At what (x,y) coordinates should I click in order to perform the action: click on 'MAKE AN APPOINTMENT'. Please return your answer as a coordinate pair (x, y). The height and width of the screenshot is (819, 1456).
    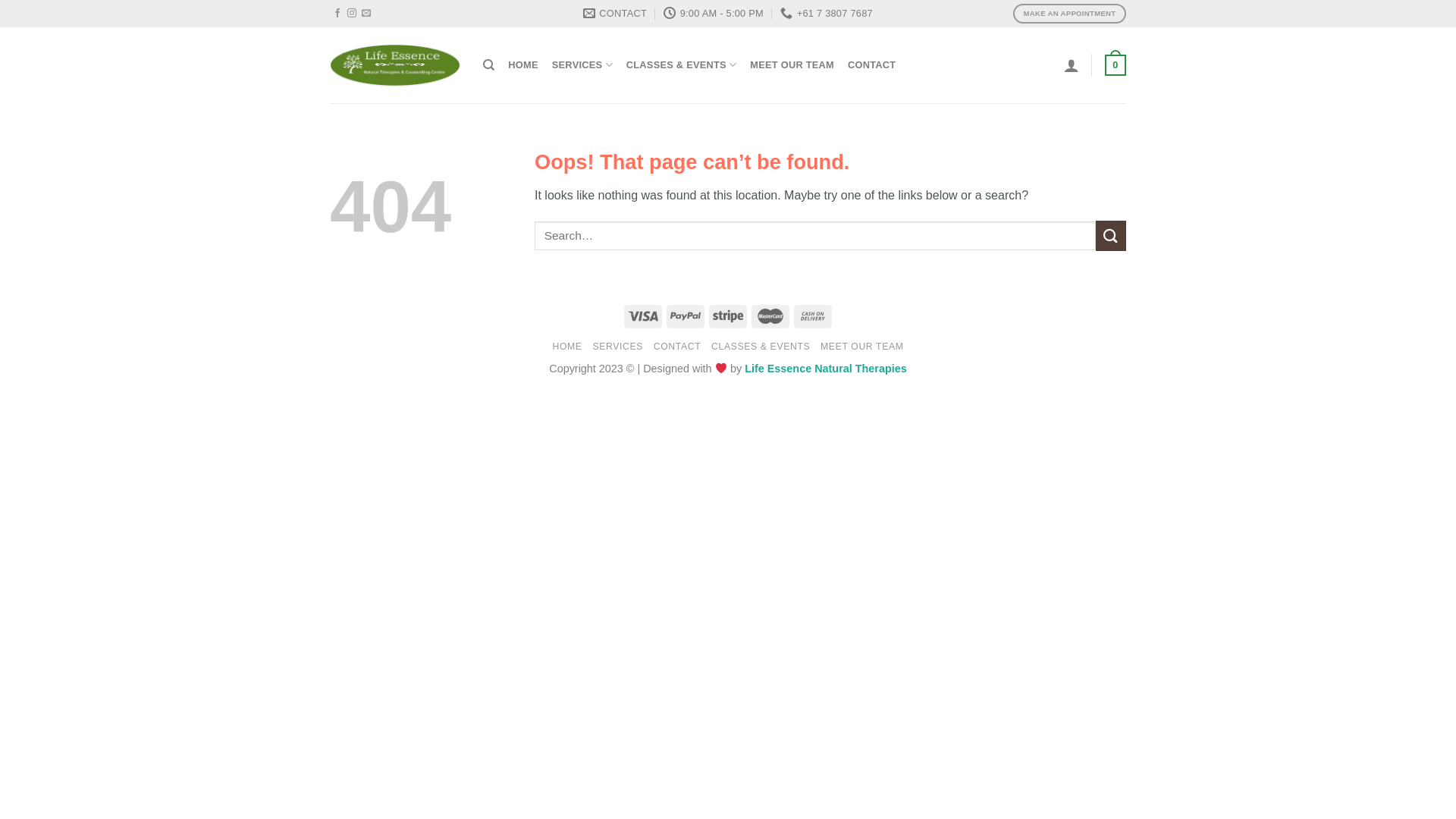
    Looking at the image, I should click on (1068, 13).